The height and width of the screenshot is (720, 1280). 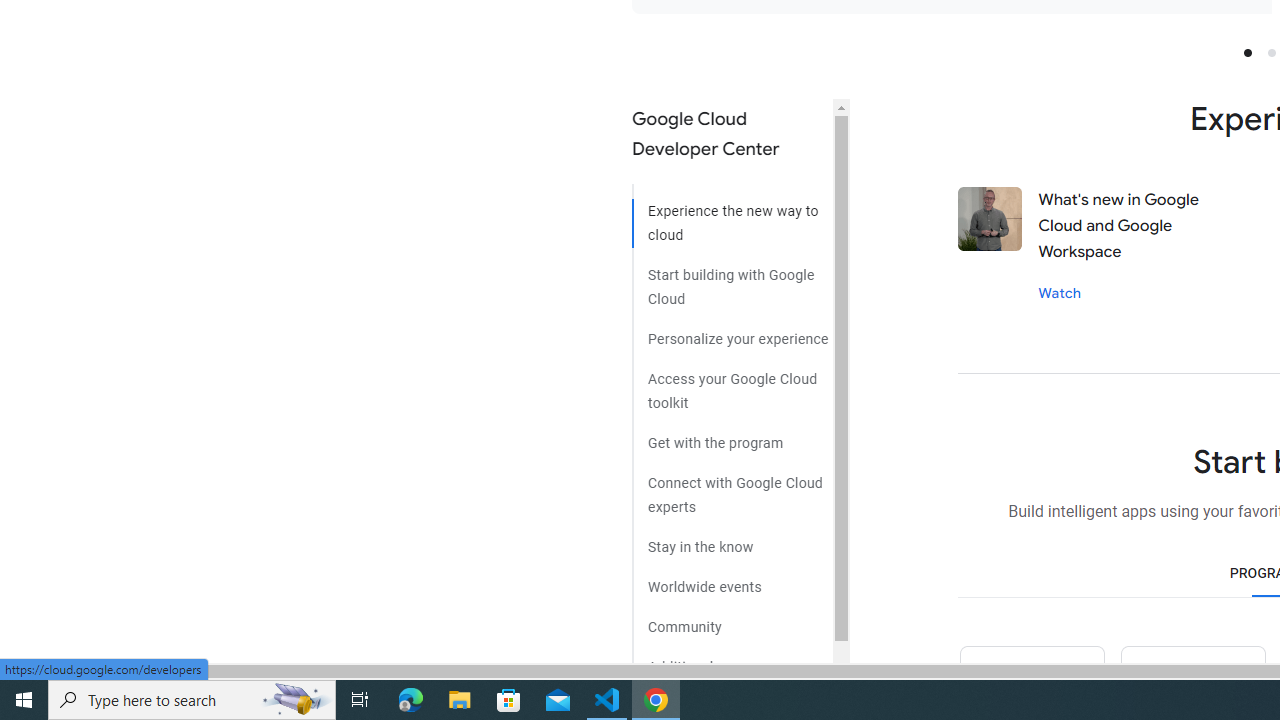 I want to click on 'Additional resources', so click(x=731, y=659).